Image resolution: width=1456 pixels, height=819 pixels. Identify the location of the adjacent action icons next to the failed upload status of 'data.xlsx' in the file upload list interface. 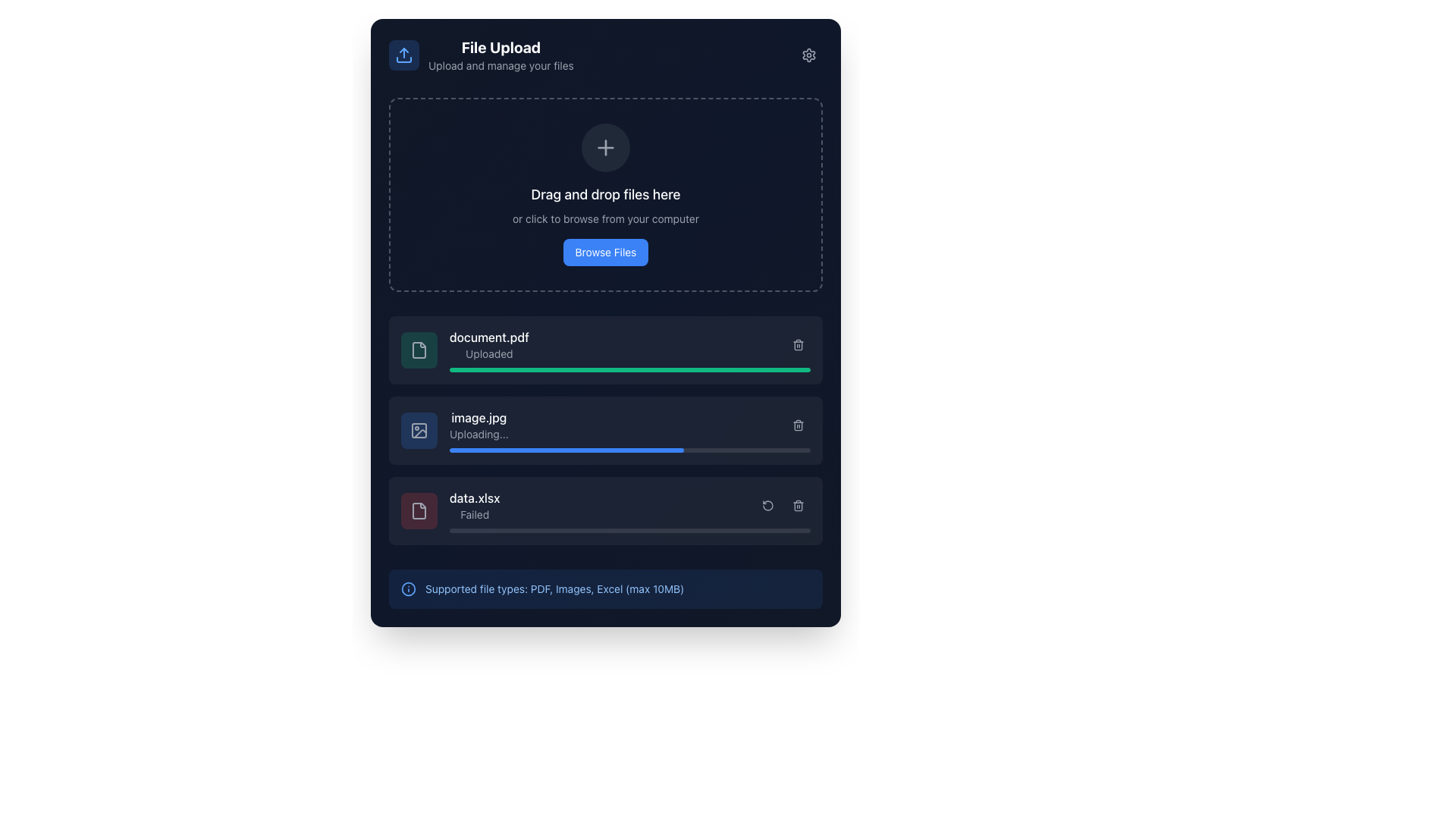
(473, 506).